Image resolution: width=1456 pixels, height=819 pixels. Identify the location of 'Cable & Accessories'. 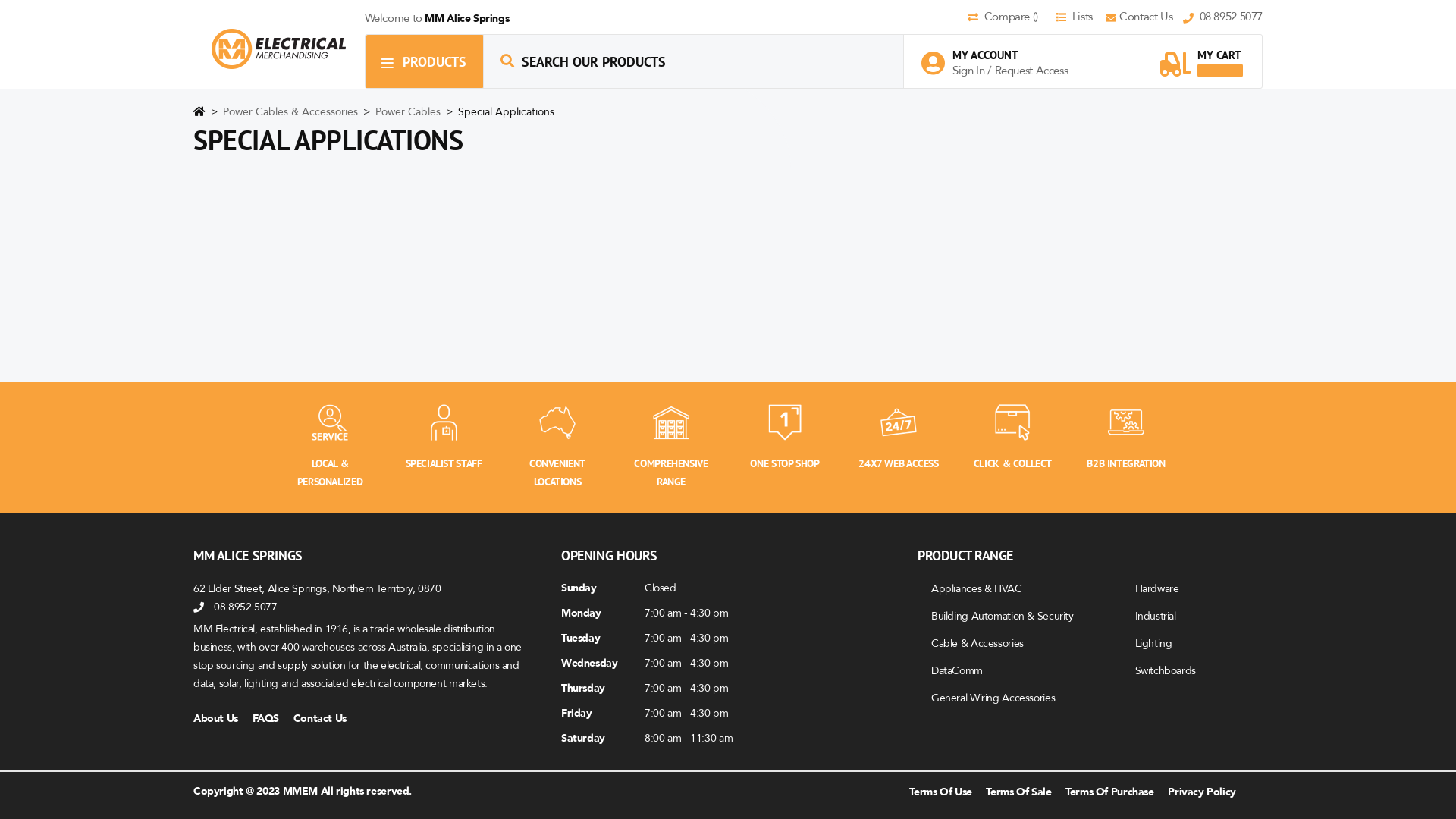
(977, 642).